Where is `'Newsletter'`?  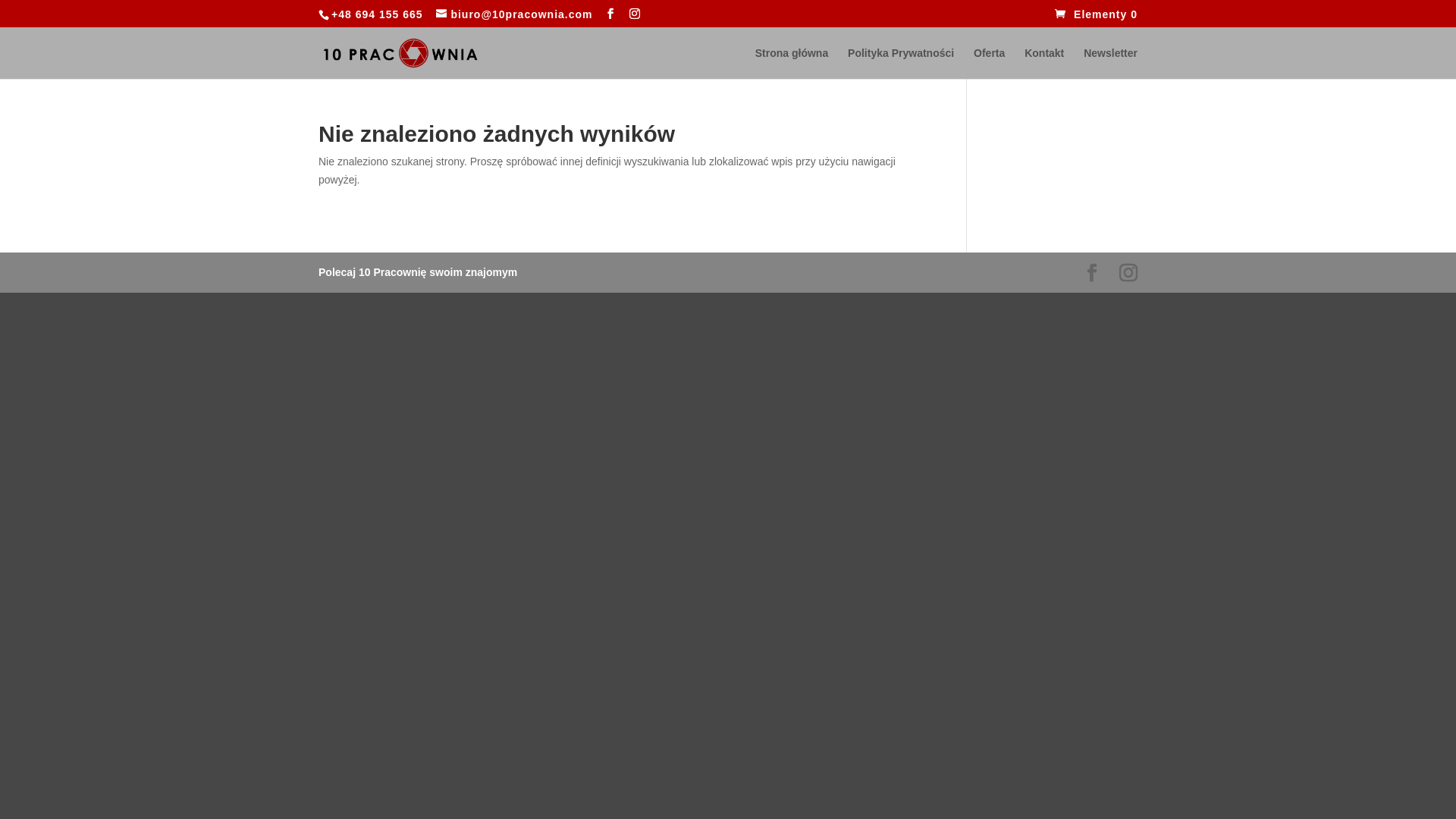 'Newsletter' is located at coordinates (1110, 62).